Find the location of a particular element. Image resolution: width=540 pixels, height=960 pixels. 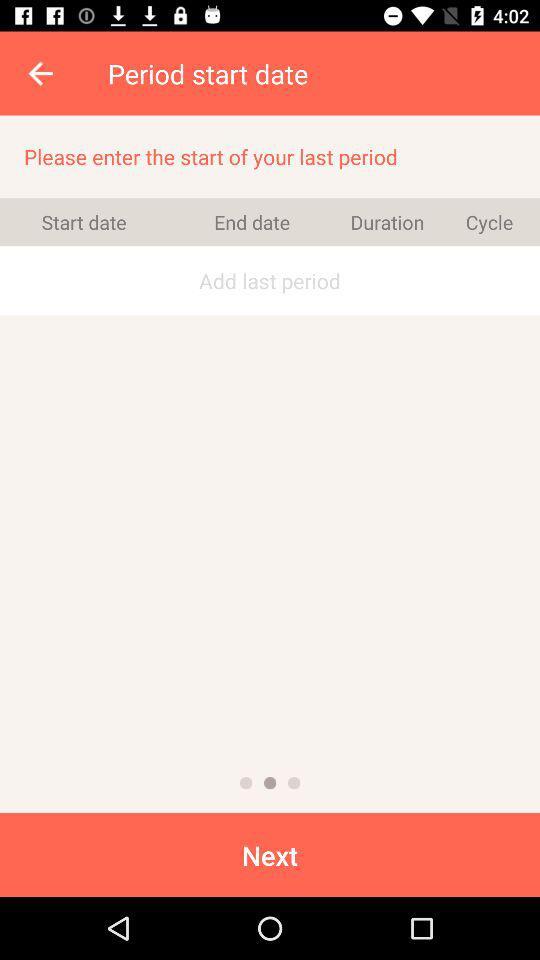

previous is located at coordinates (246, 783).